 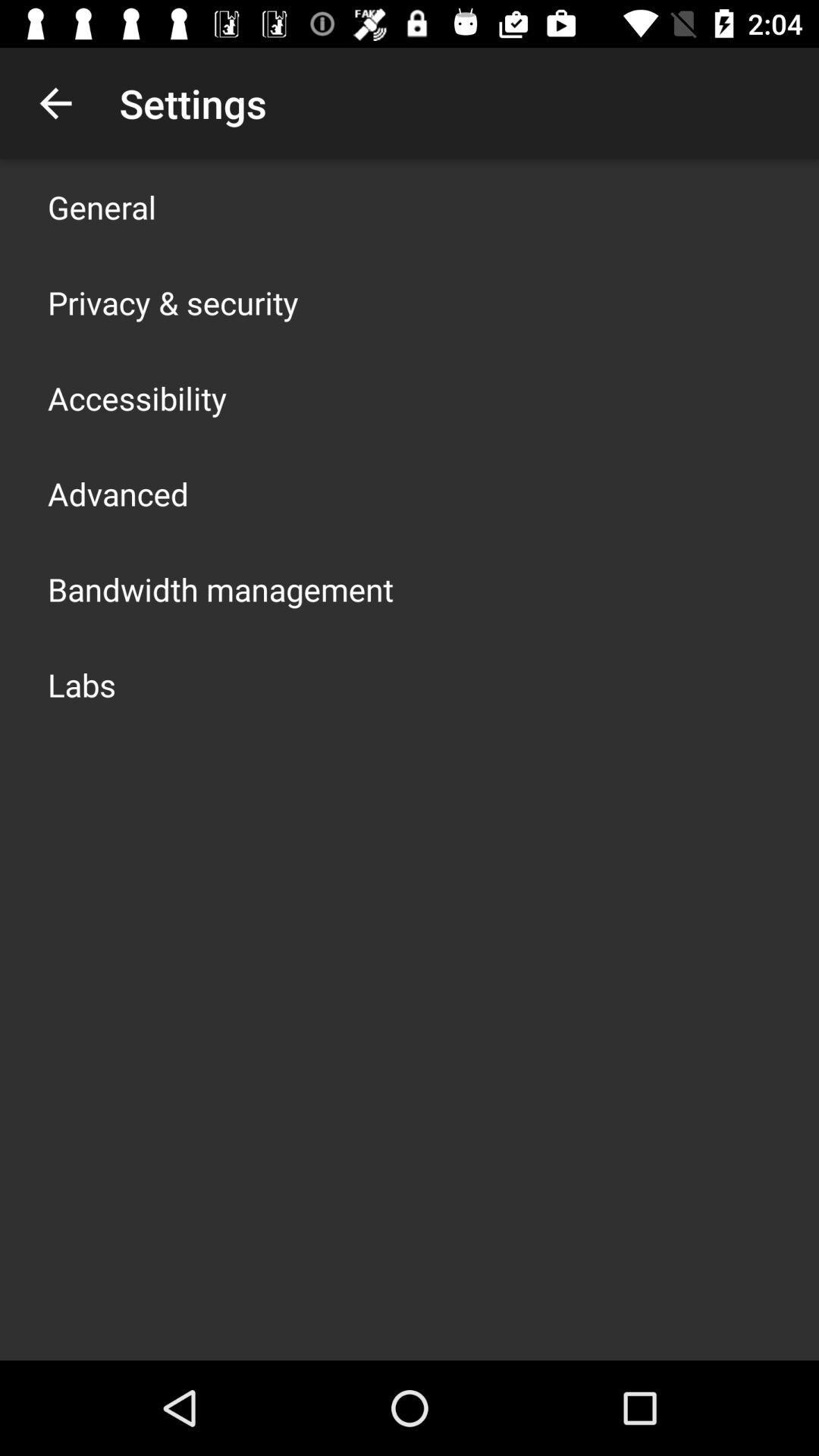 I want to click on app next to settings, so click(x=55, y=102).